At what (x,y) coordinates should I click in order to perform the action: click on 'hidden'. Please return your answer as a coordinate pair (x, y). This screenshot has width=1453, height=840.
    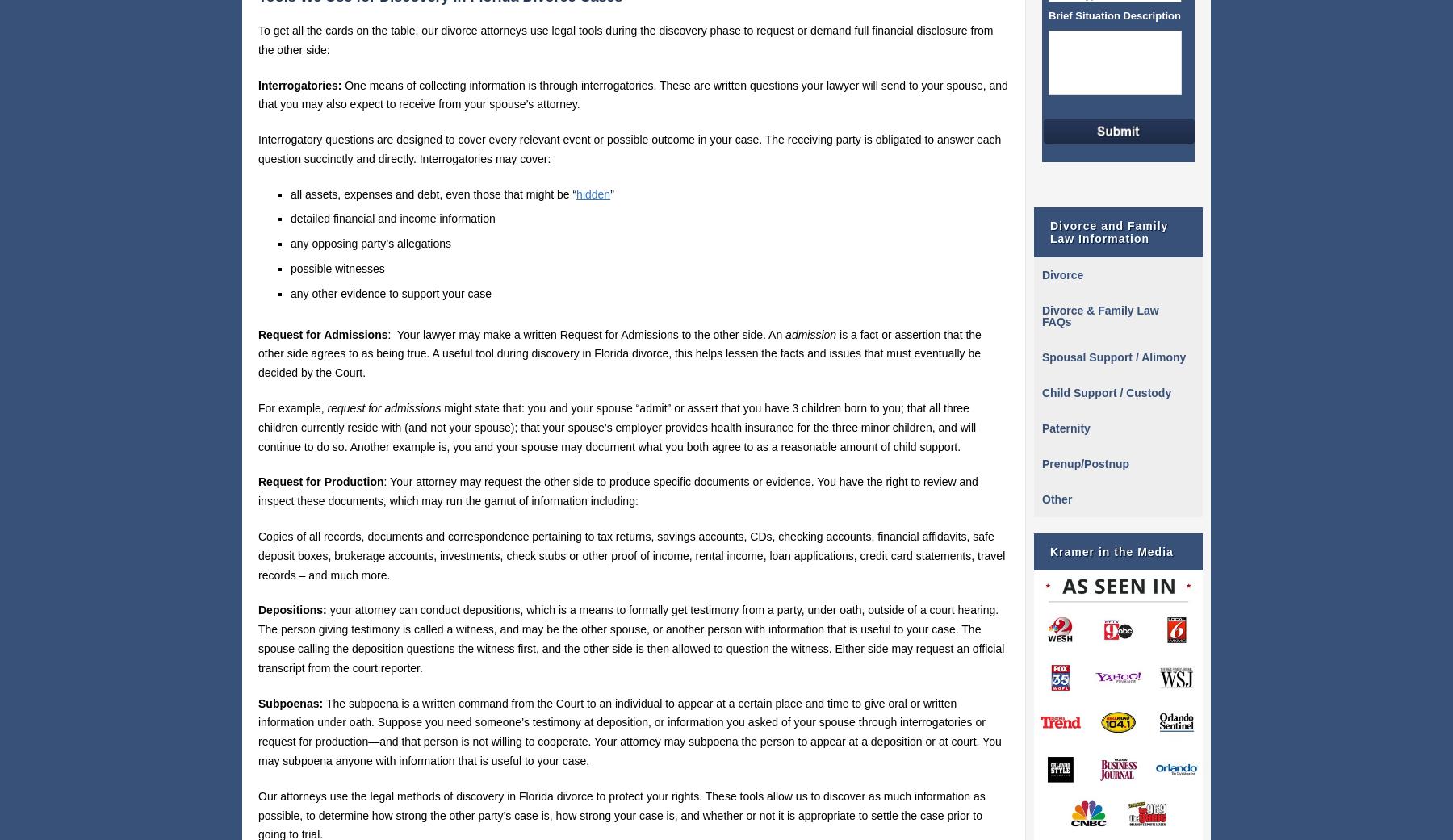
    Looking at the image, I should click on (592, 192).